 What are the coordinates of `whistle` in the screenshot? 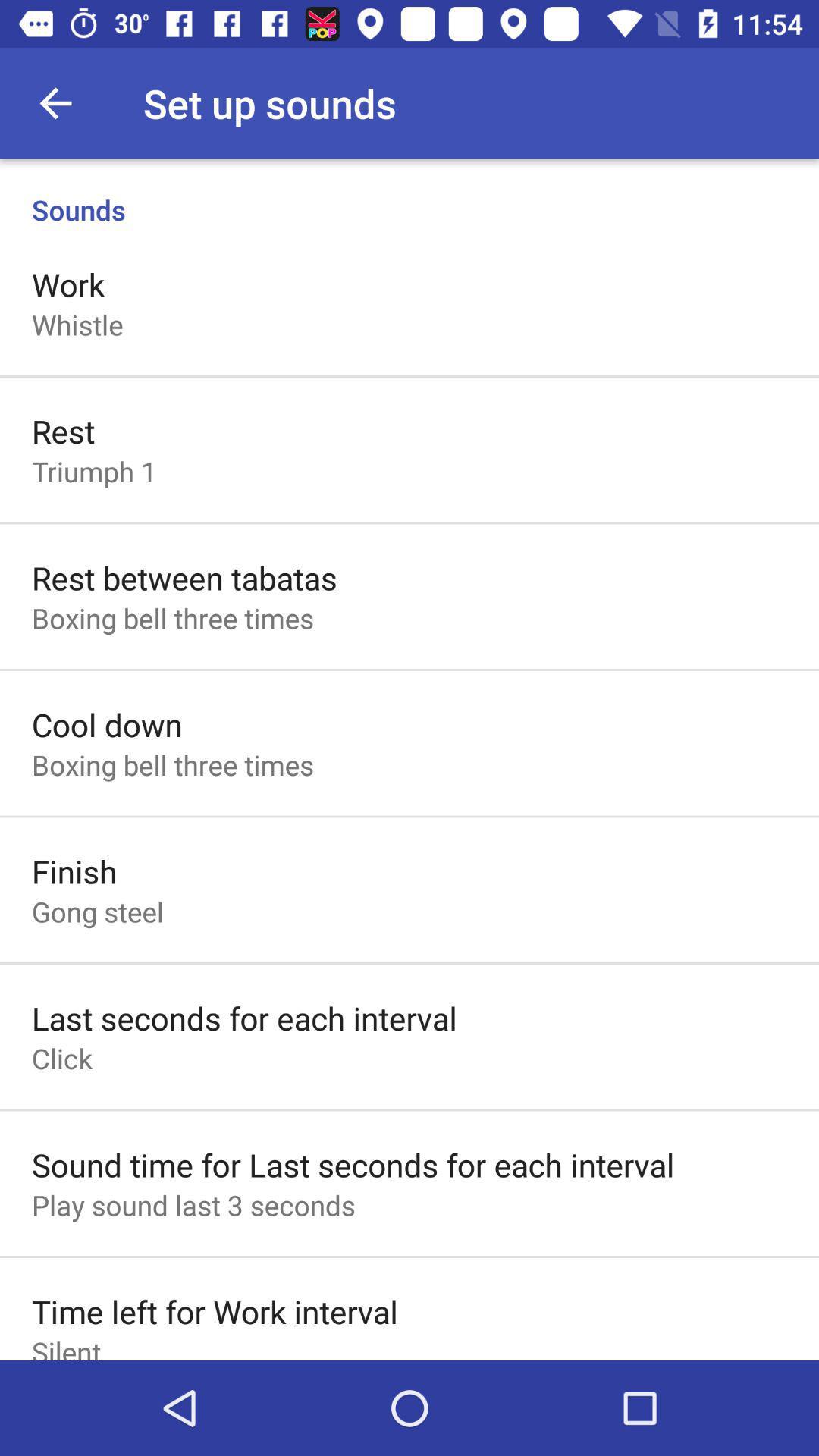 It's located at (77, 324).